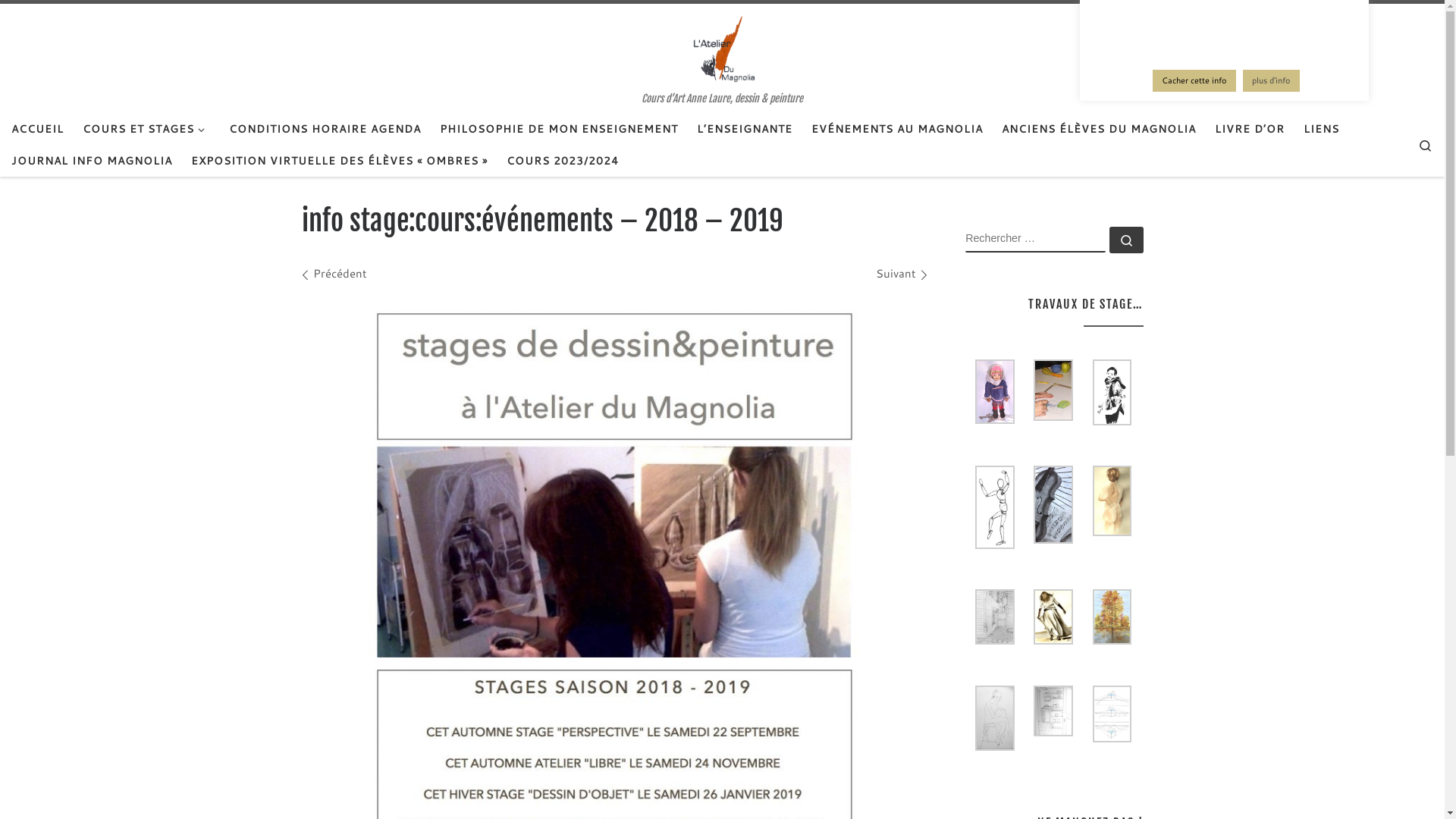 The height and width of the screenshot is (819, 1456). Describe the element at coordinates (558, 127) in the screenshot. I see `'PHILOSOPHIE DE MON ENSEIGNEMENT'` at that location.